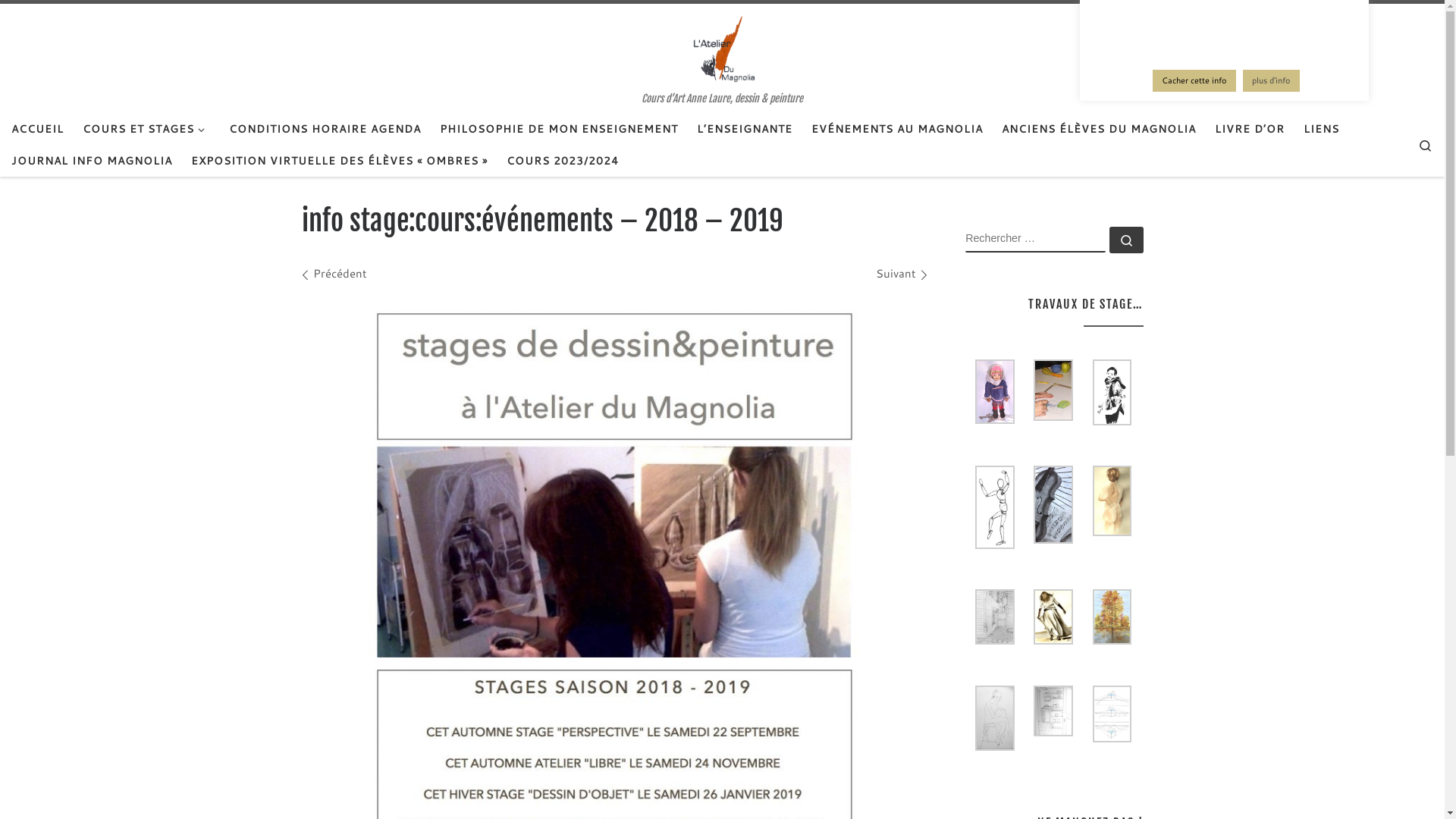 The height and width of the screenshot is (819, 1456). Describe the element at coordinates (558, 127) in the screenshot. I see `'PHILOSOPHIE DE MON ENSEIGNEMENT'` at that location.